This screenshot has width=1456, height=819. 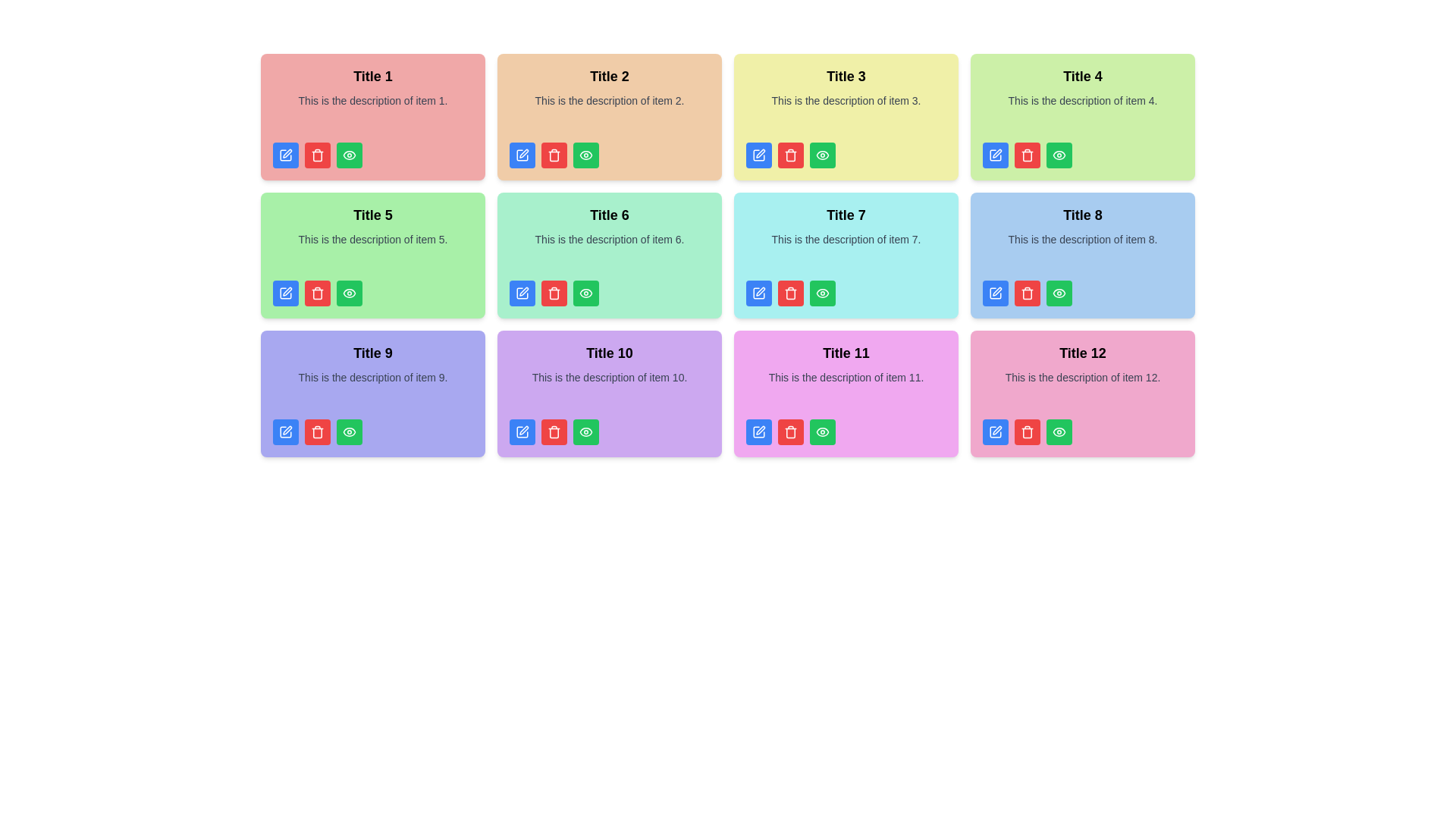 What do you see at coordinates (372, 388) in the screenshot?
I see `the descriptive text label for 'Title 9' located in the ninth card of the grid layout, positioned below the 'Title 9' heading and above the buttons` at bounding box center [372, 388].